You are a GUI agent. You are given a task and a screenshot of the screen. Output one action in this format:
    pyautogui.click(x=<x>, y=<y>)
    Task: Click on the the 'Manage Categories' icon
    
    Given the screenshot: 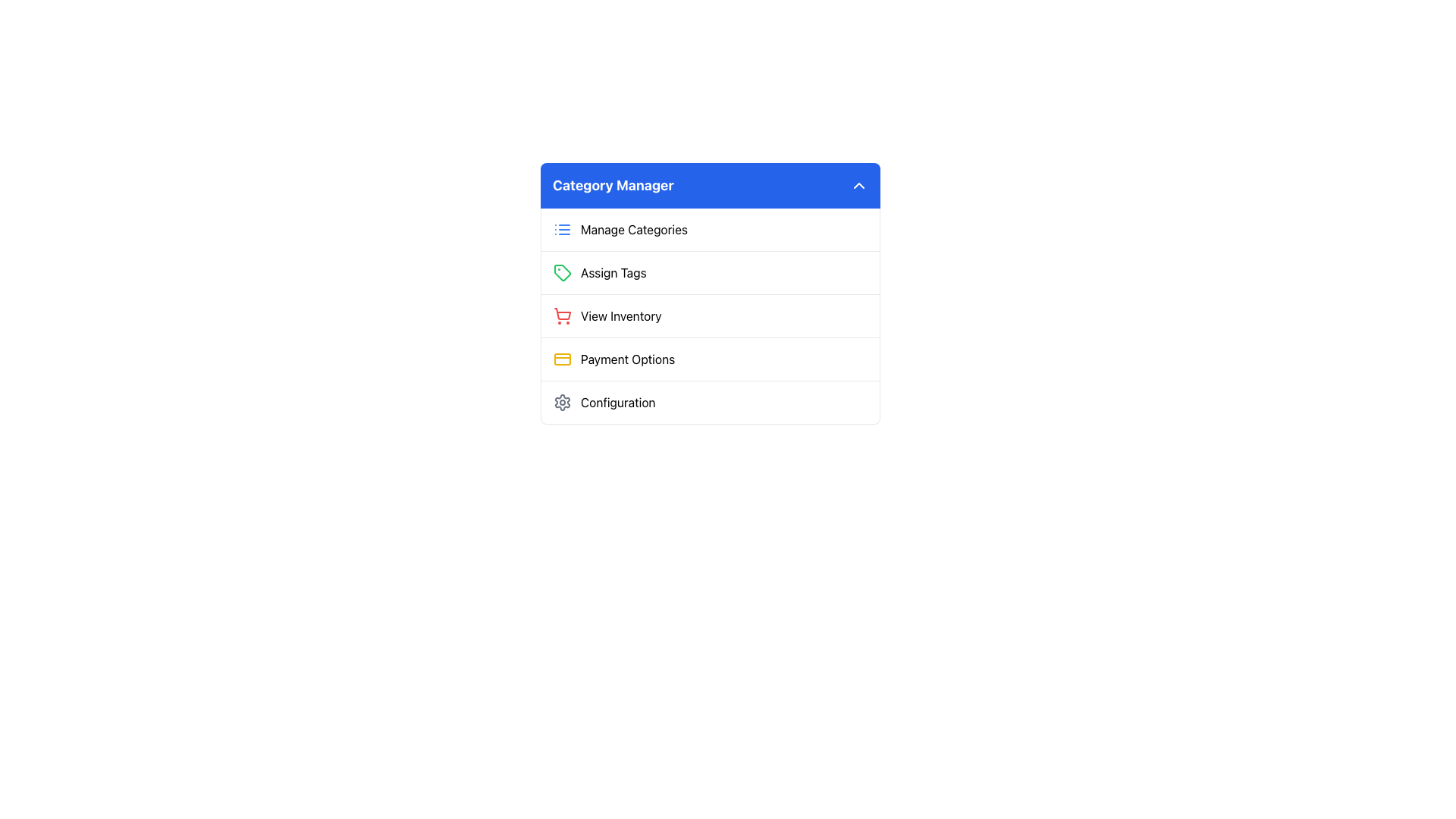 What is the action you would take?
    pyautogui.click(x=562, y=230)
    